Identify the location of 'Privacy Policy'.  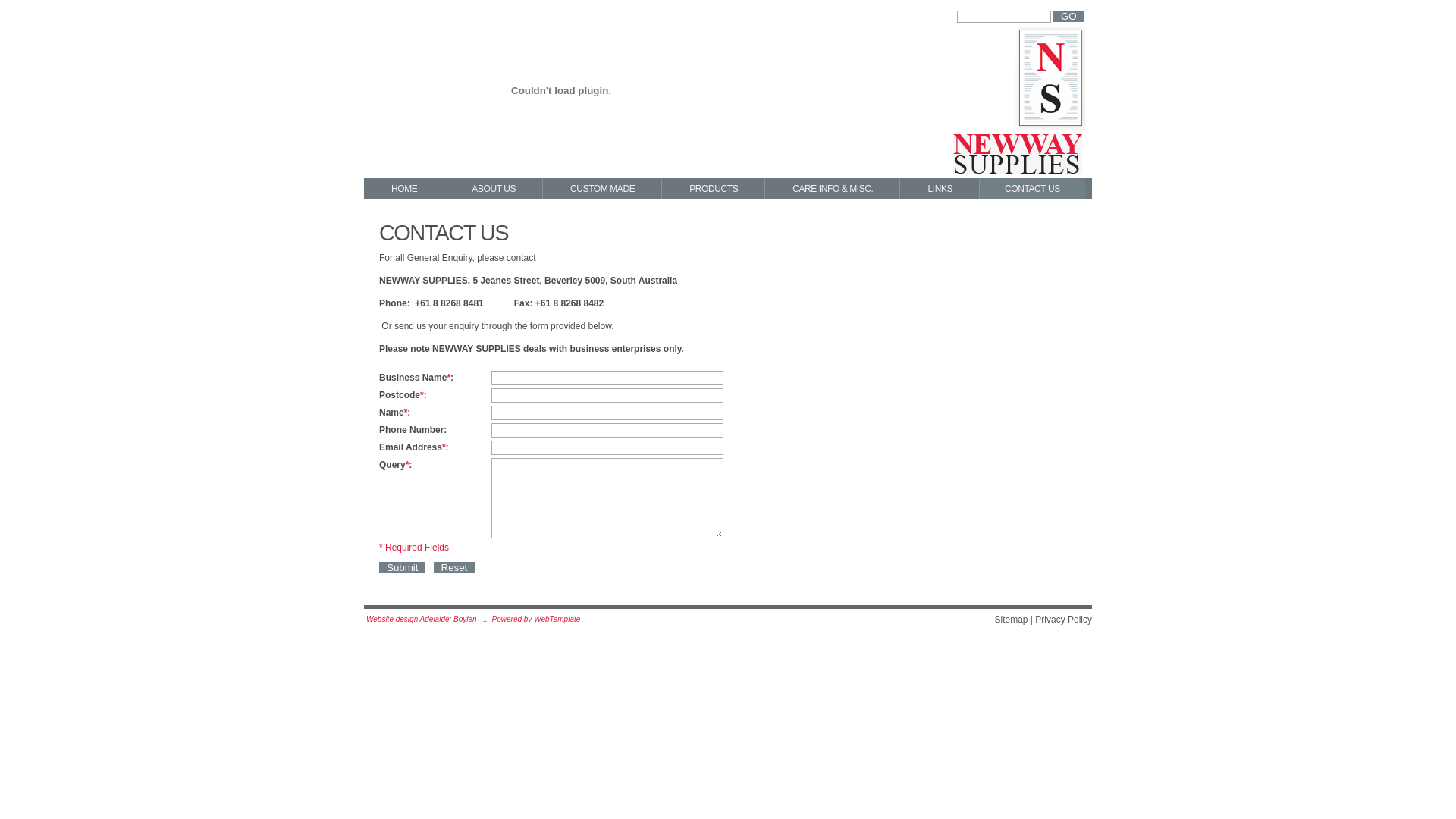
(1034, 620).